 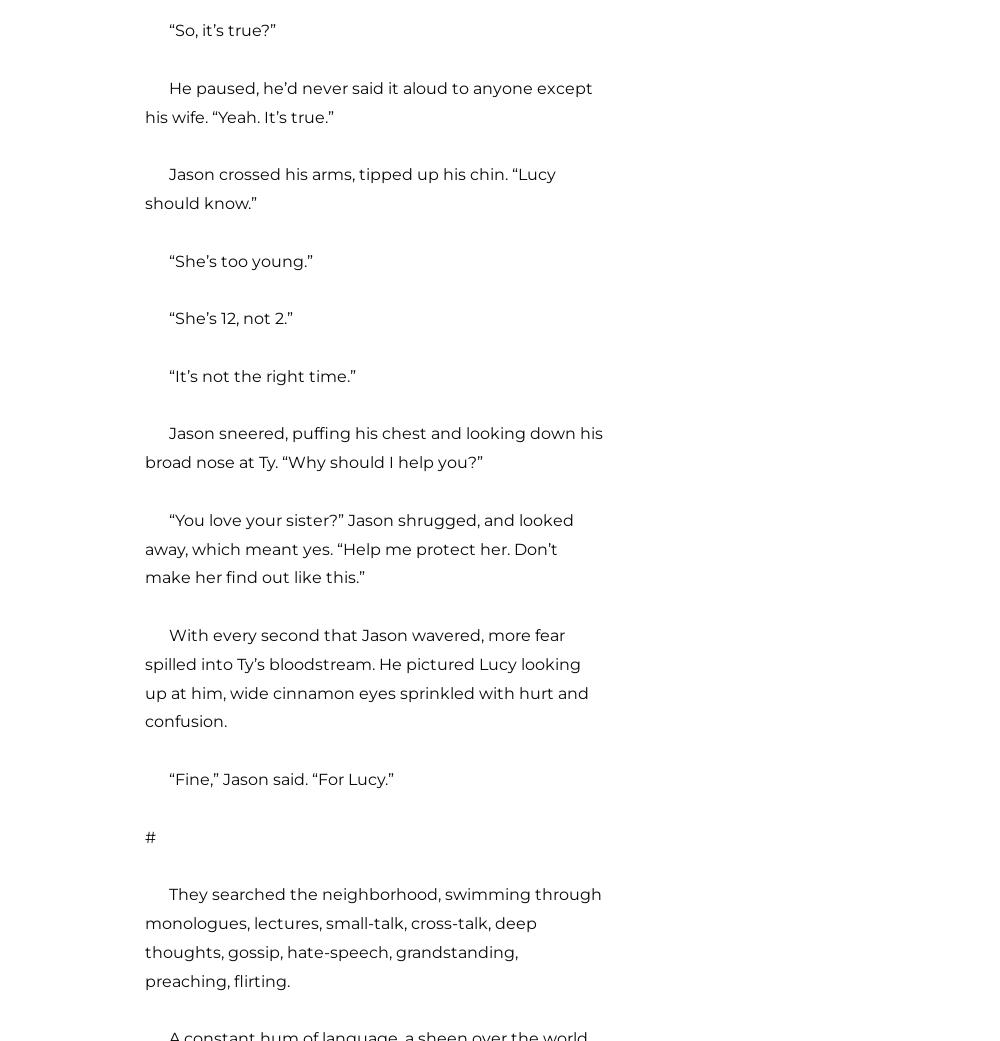 What do you see at coordinates (150, 835) in the screenshot?
I see `'#'` at bounding box center [150, 835].